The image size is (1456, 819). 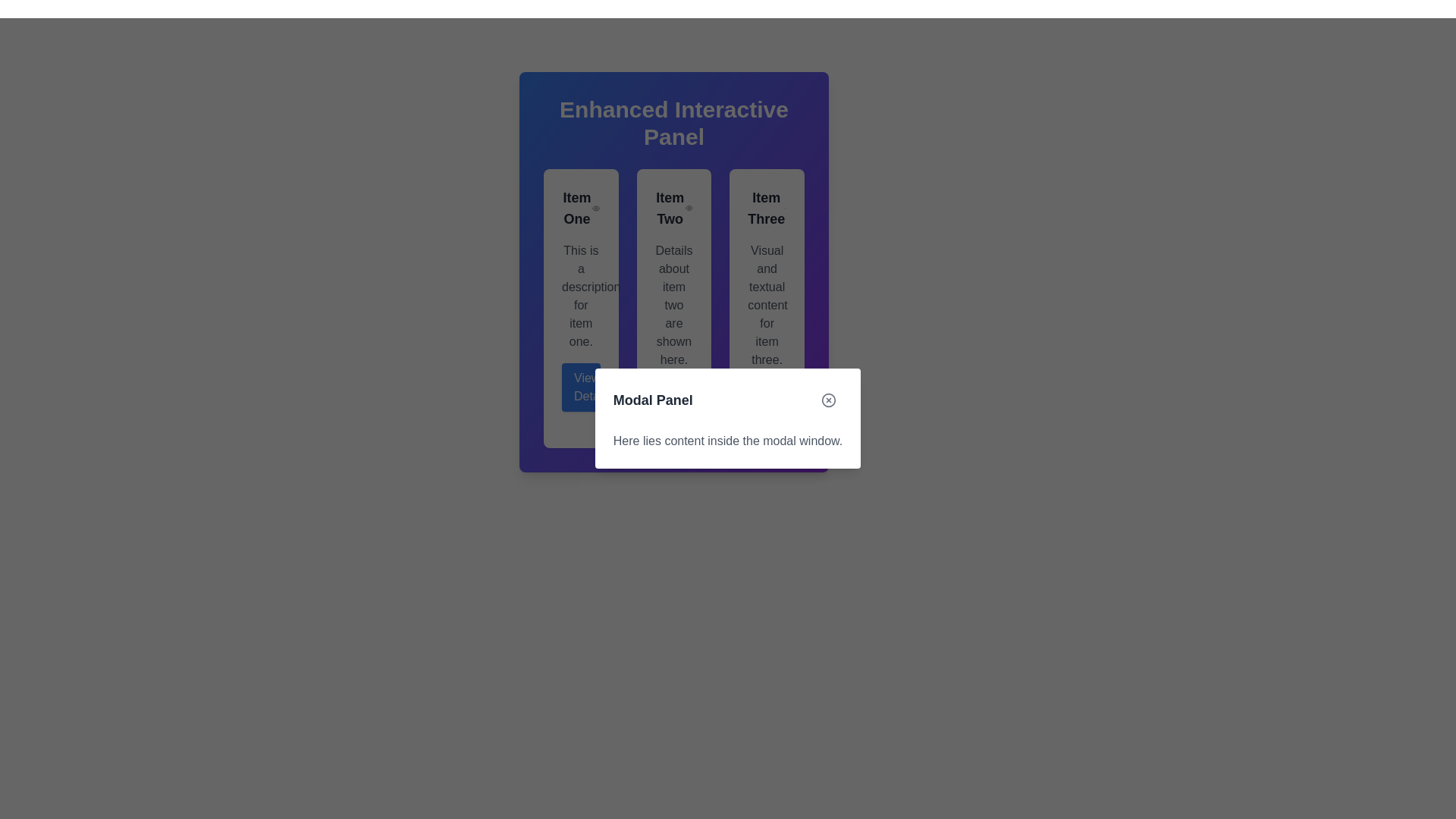 What do you see at coordinates (767, 208) in the screenshot?
I see `heading text located at the top of the third card in a row of three cards, which serves as a title or identifier for the card's content` at bounding box center [767, 208].